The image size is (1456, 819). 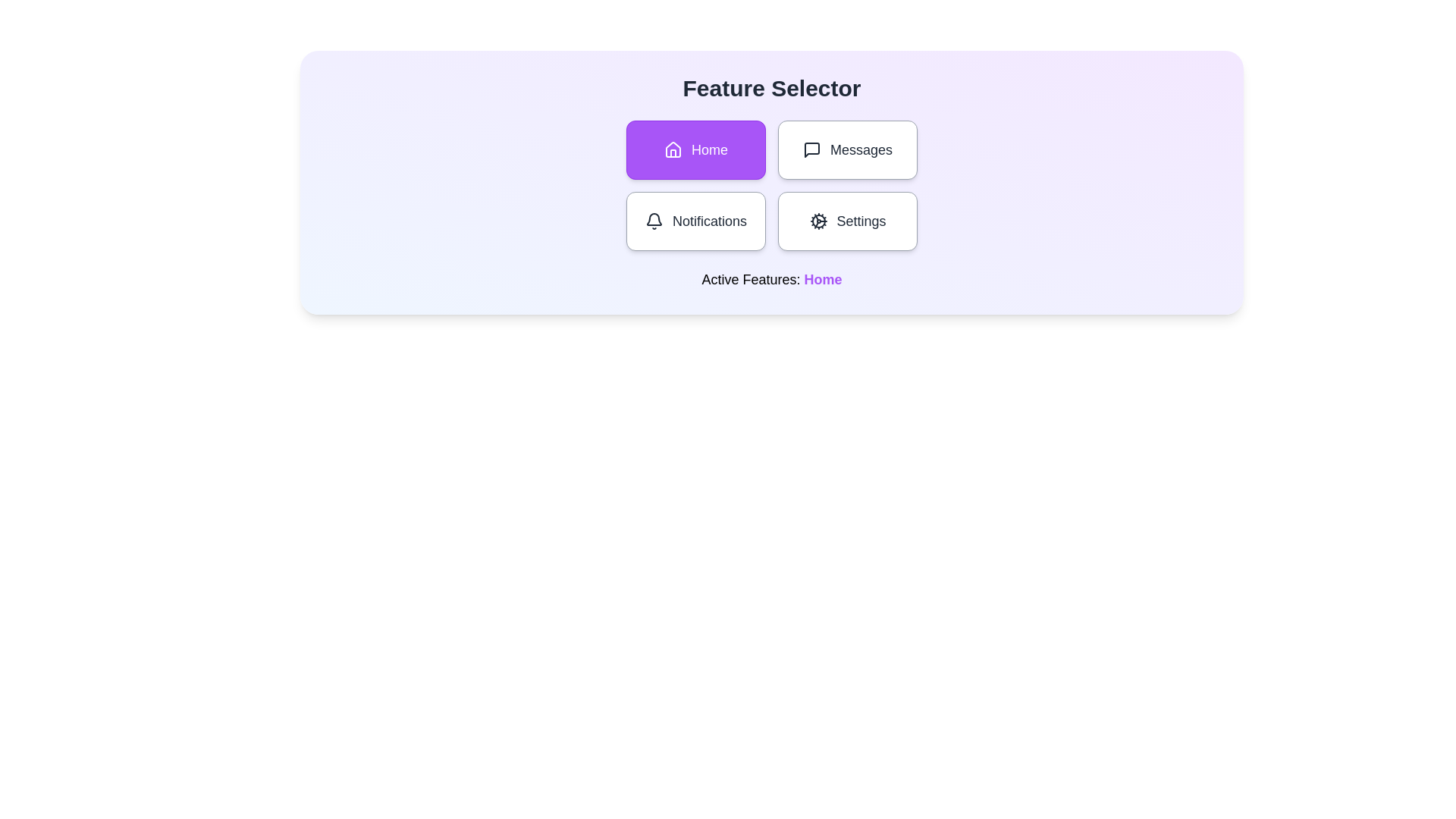 What do you see at coordinates (811, 149) in the screenshot?
I see `'Messages' icon (SVG) located inside the second button in the row, which is to the right of the 'Home' button and above the 'Notifications' and 'Settings' buttons` at bounding box center [811, 149].